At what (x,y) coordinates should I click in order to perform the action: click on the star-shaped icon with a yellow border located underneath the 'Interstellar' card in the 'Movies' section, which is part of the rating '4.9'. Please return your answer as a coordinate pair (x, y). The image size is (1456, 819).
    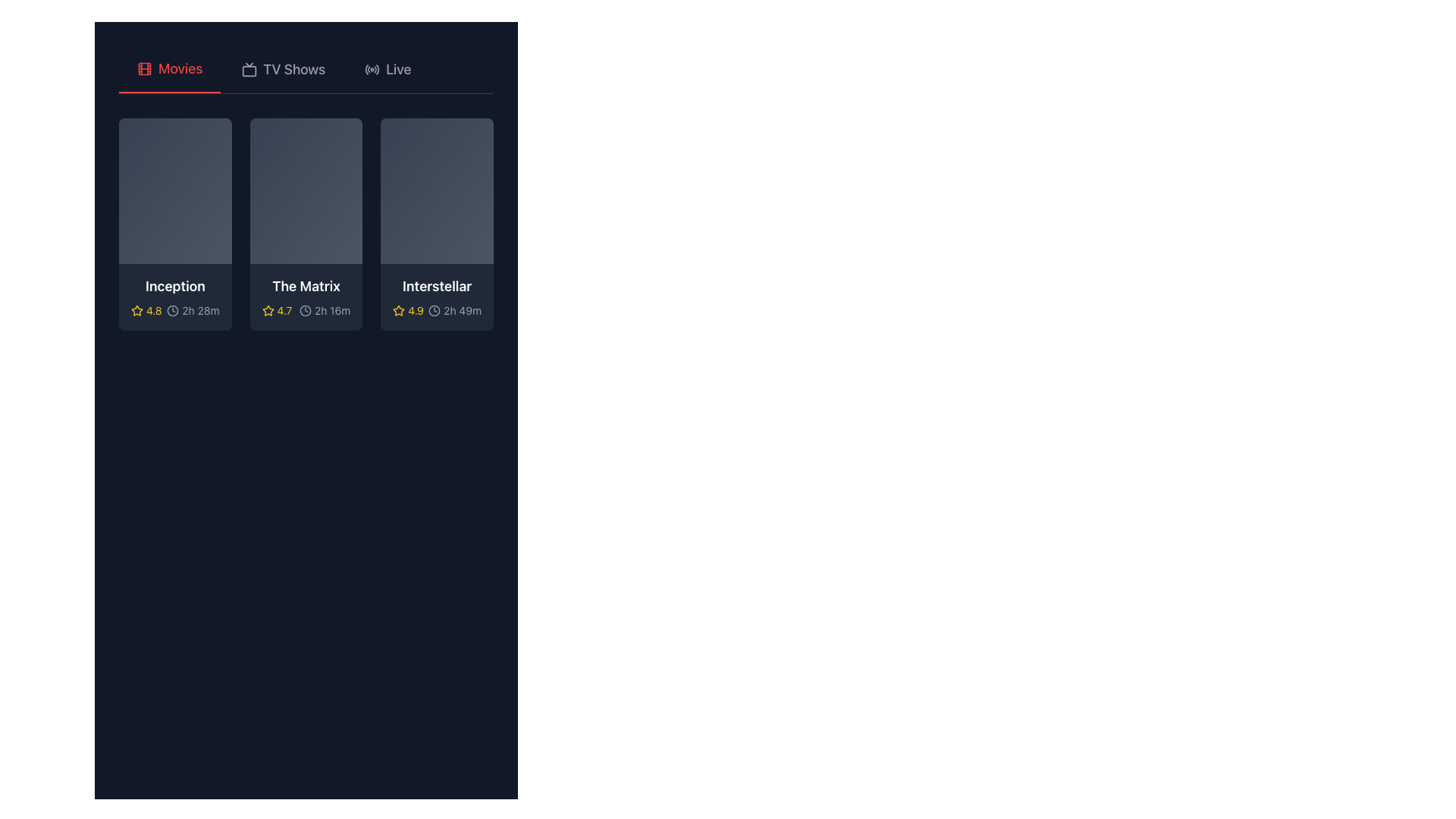
    Looking at the image, I should click on (399, 309).